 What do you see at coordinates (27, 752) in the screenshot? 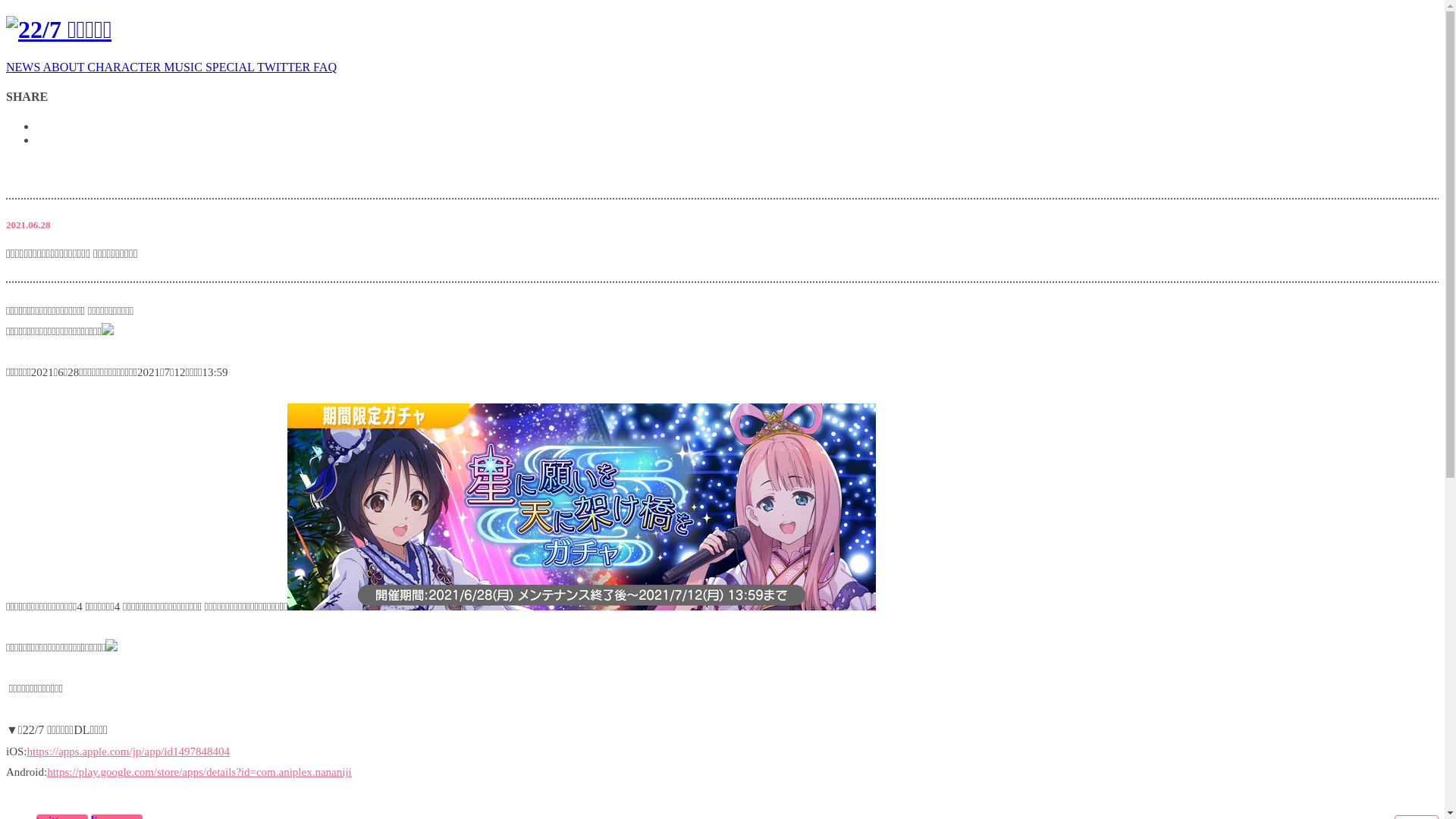
I see `'https://apps.apple.com/jp/app/id1497848404'` at bounding box center [27, 752].